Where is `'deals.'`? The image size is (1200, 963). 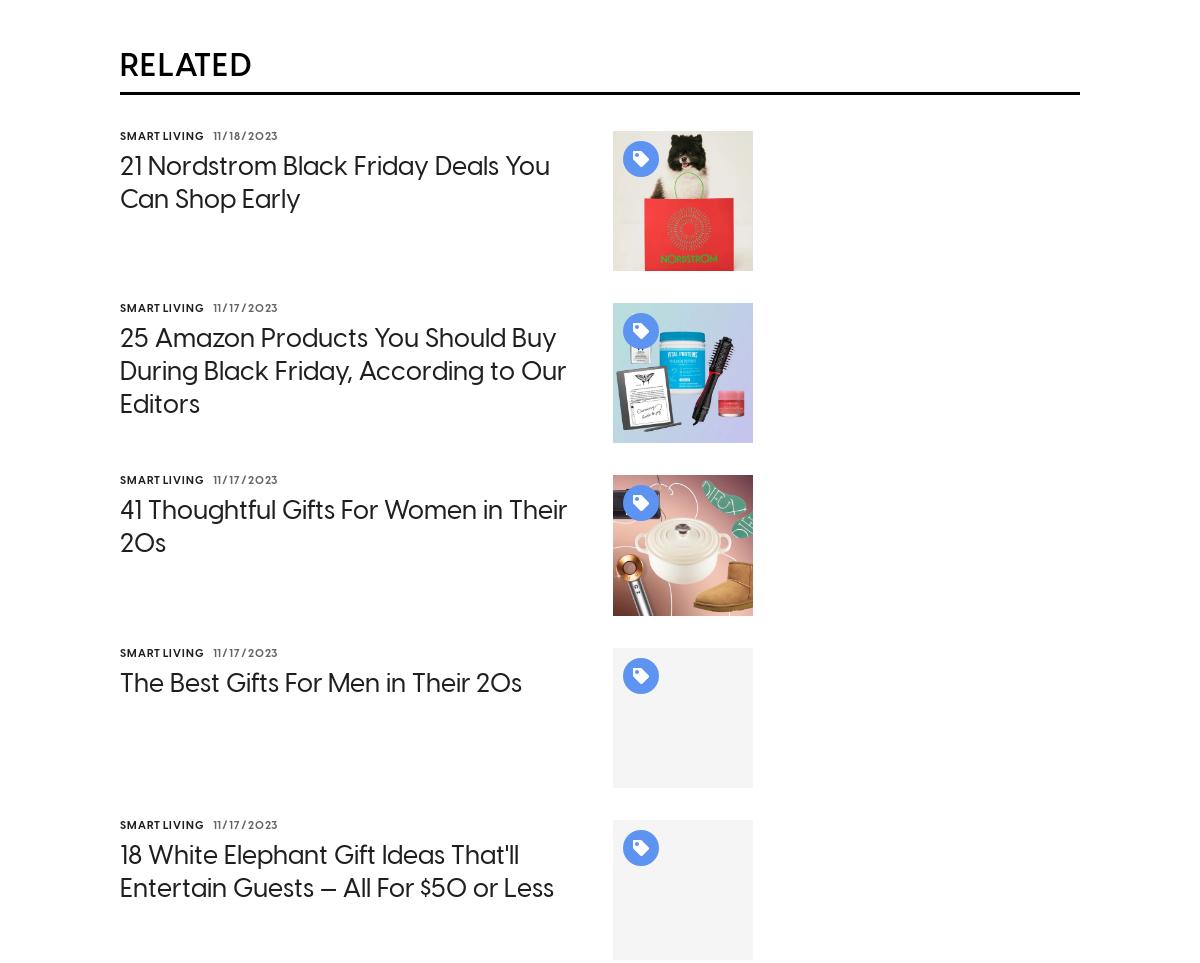
'deals.' is located at coordinates (602, 810).